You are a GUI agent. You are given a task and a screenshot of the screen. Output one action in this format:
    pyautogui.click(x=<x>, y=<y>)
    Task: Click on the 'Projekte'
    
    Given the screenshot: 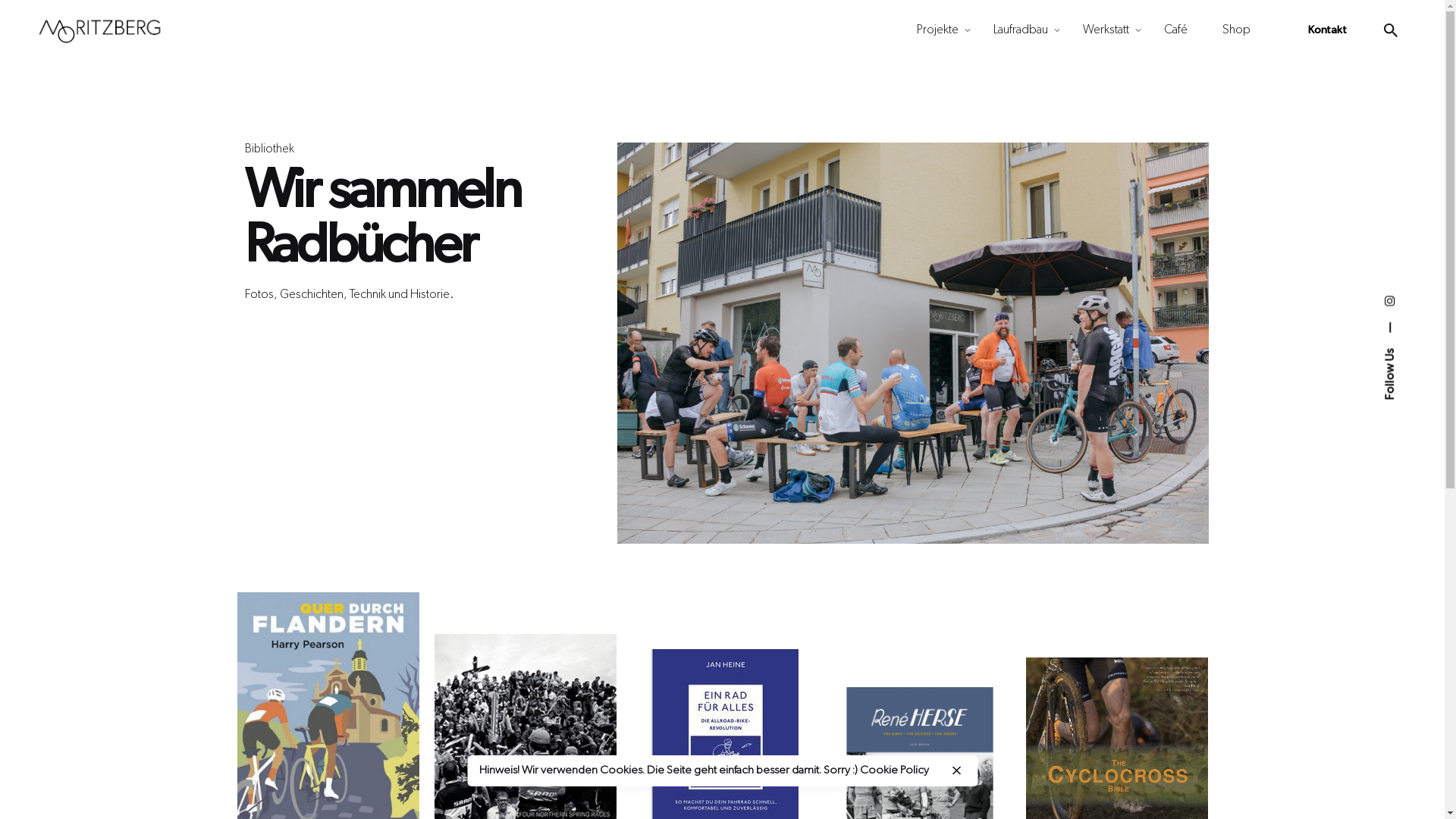 What is the action you would take?
    pyautogui.click(x=937, y=30)
    